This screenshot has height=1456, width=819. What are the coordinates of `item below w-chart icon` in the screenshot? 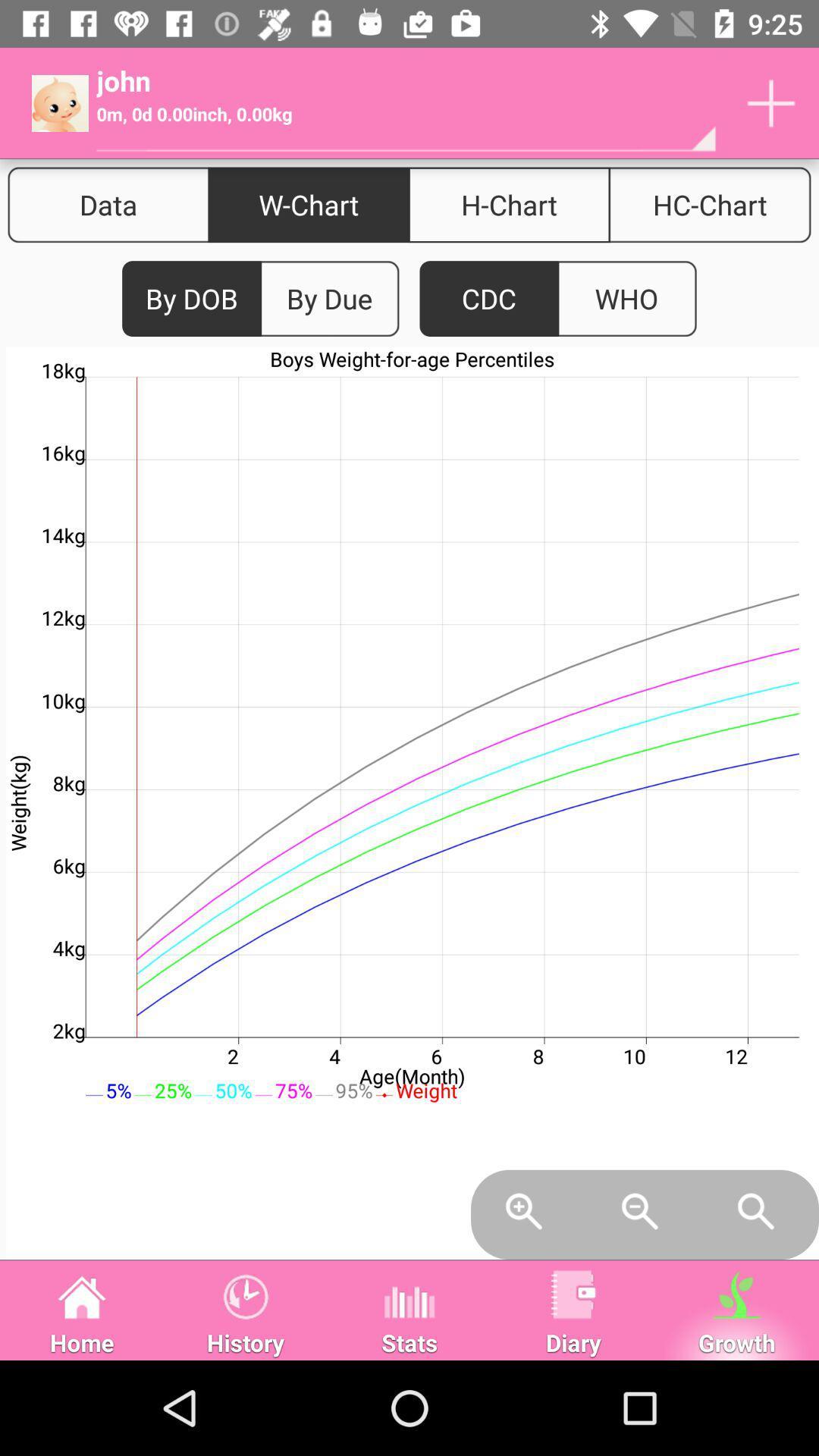 It's located at (328, 299).